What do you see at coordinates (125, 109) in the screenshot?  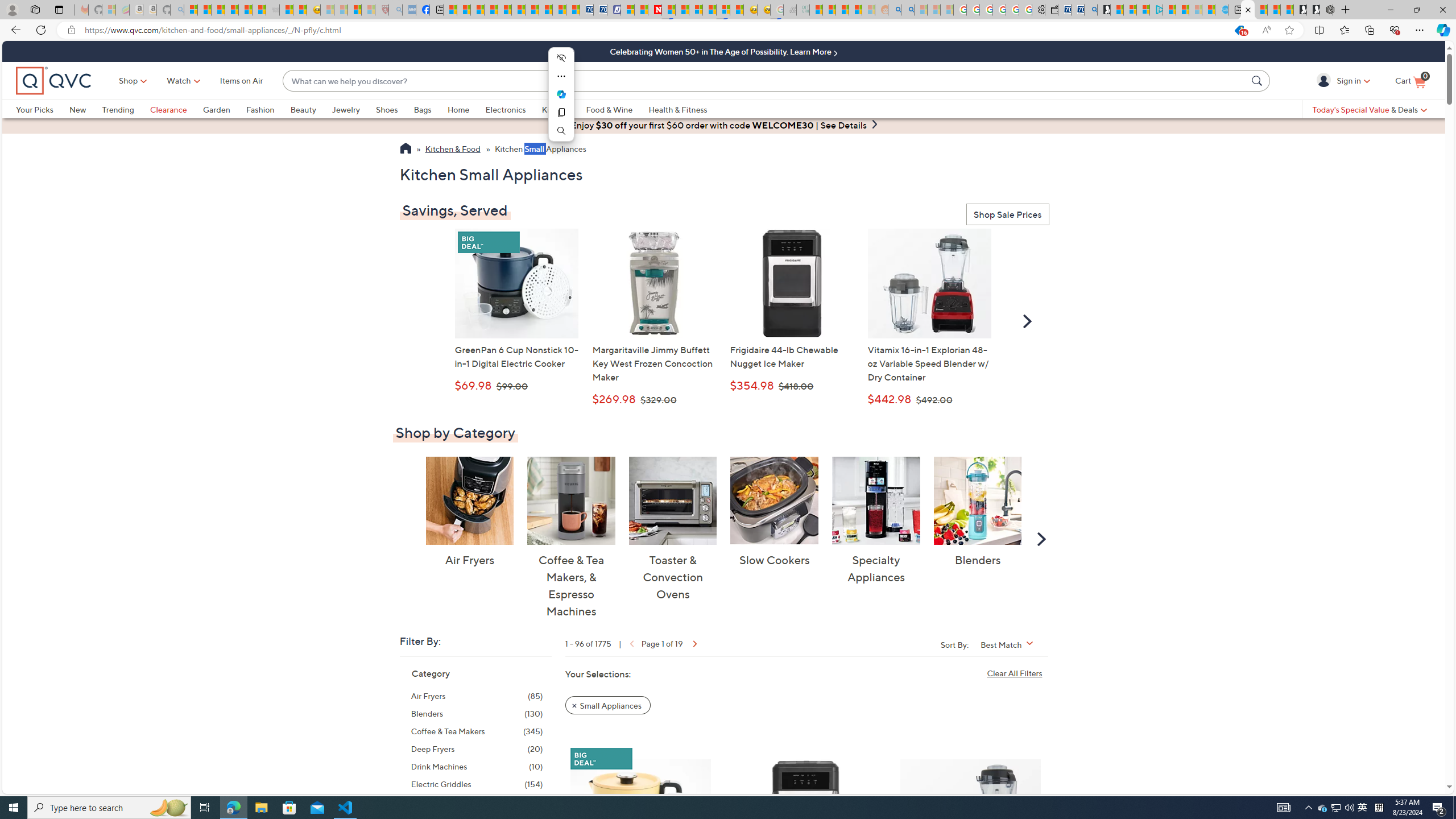 I see `'Trending'` at bounding box center [125, 109].